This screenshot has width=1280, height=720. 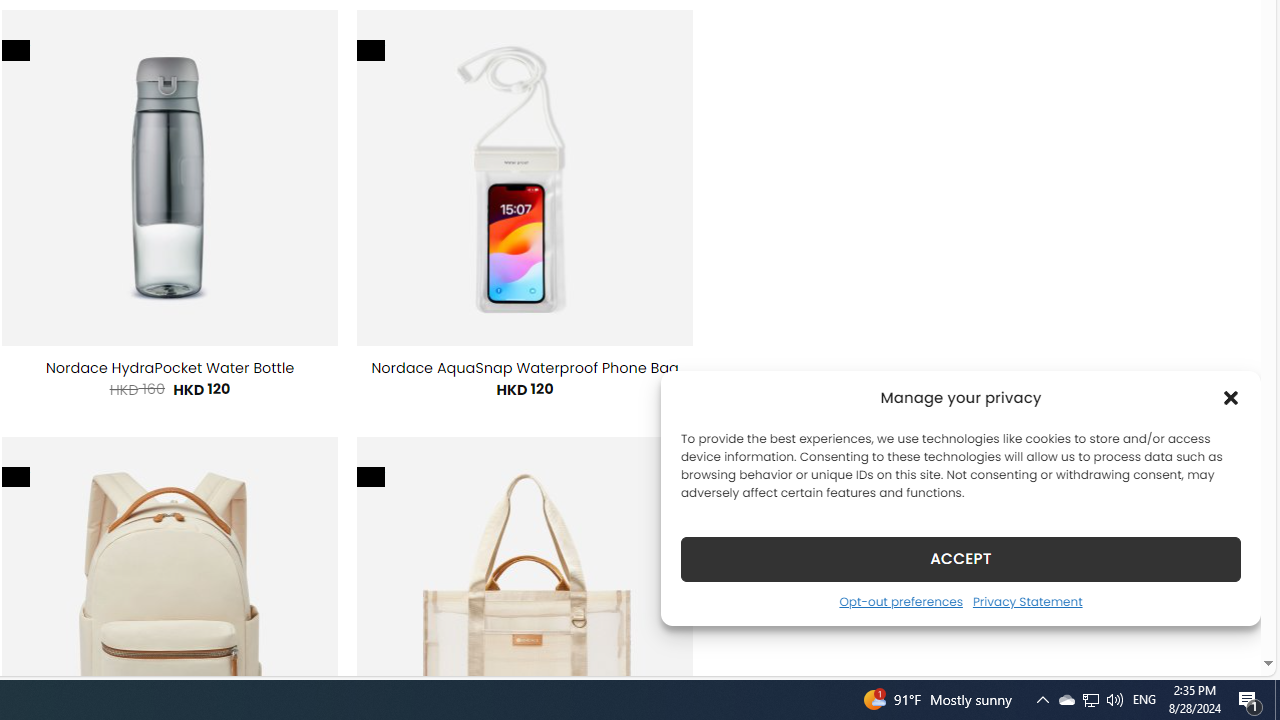 I want to click on 'Opt-out preferences', so click(x=899, y=600).